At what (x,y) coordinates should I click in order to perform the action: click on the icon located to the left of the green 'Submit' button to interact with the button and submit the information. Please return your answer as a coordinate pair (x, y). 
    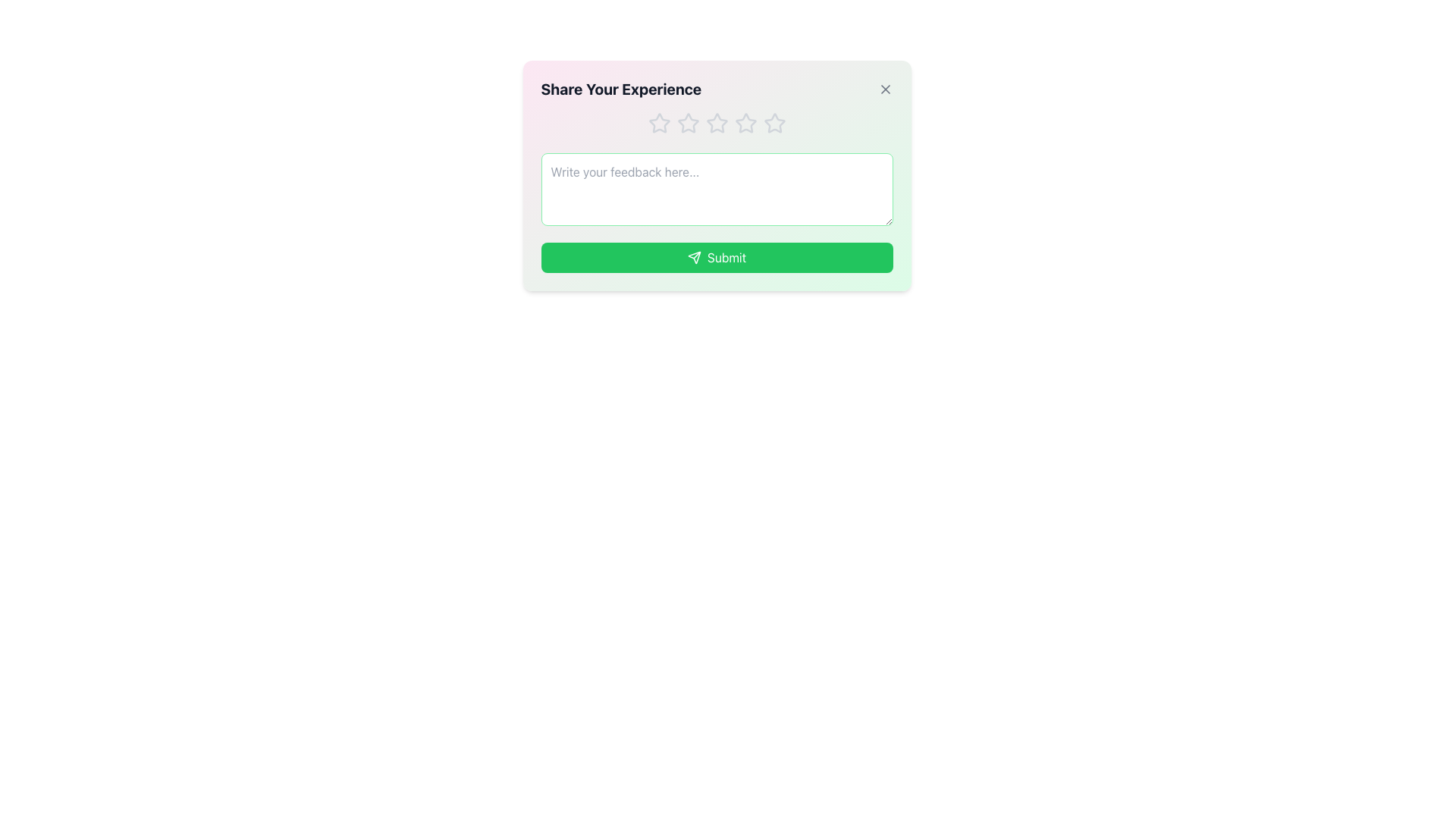
    Looking at the image, I should click on (693, 256).